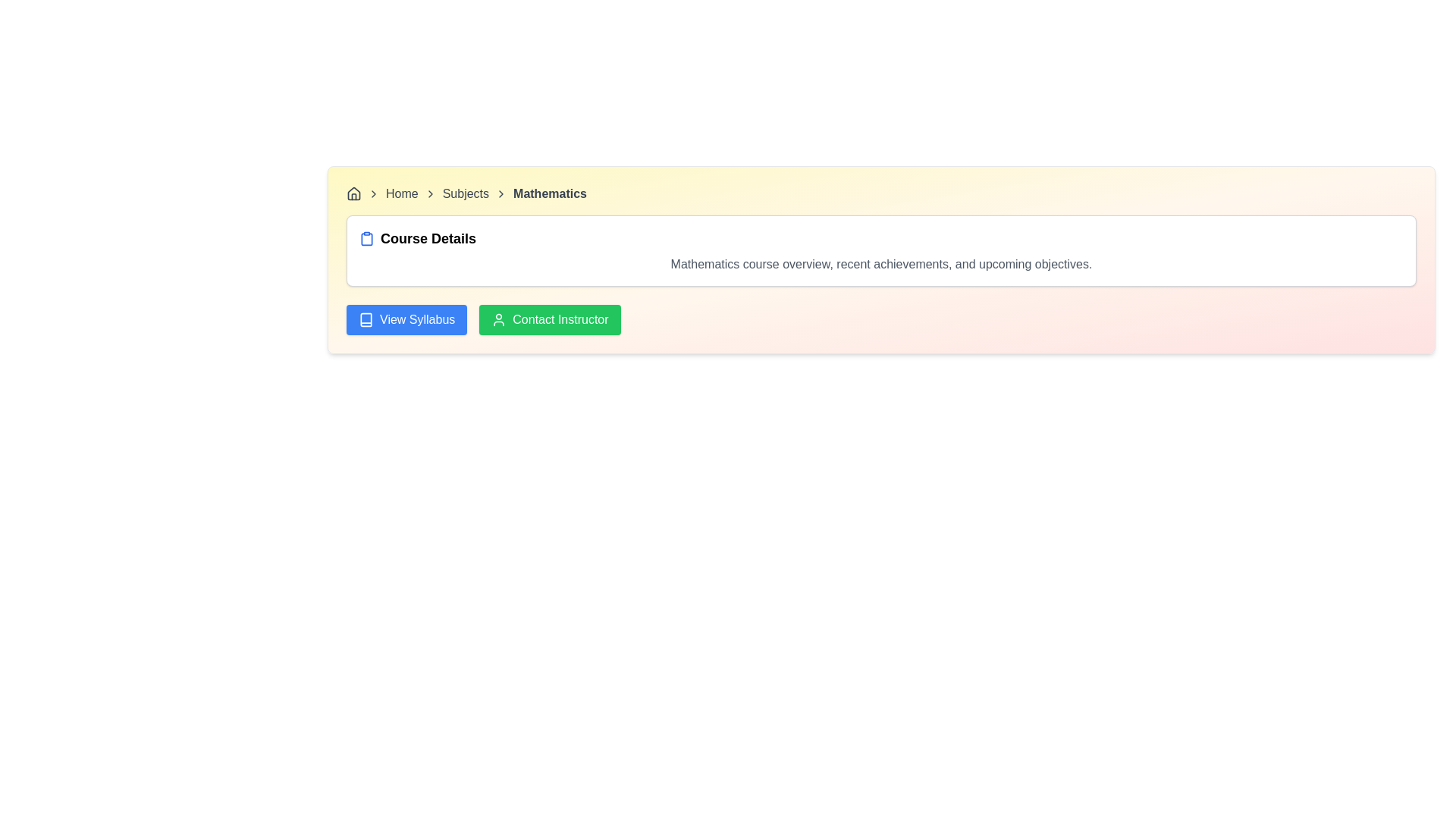  I want to click on the 'View Syllabus' button, which contains a minimalistic SVG book icon styled as a book, located at the bottom-left of the course details section, so click(366, 318).